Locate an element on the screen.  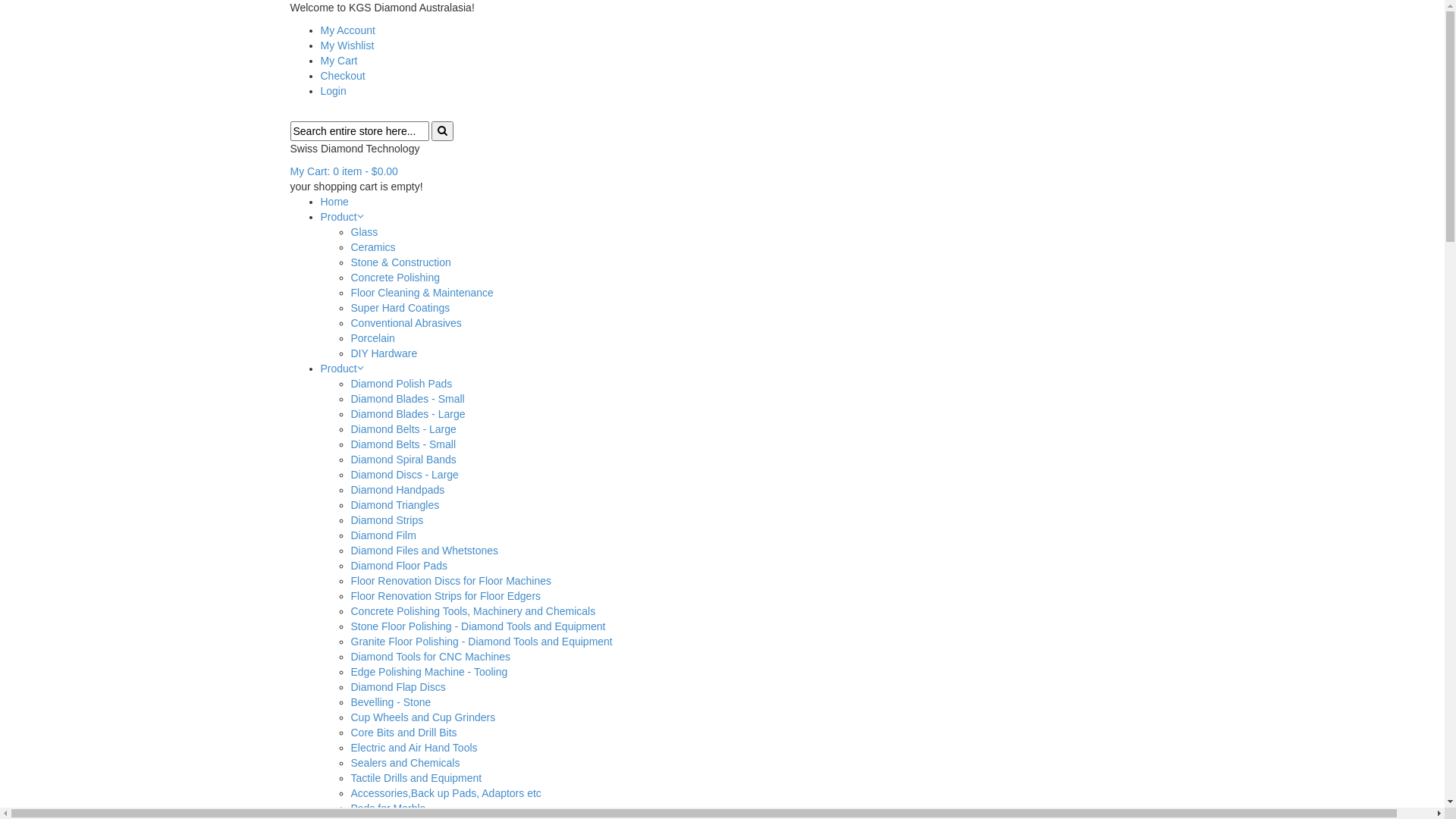
'Diamond Film' is located at coordinates (382, 534).